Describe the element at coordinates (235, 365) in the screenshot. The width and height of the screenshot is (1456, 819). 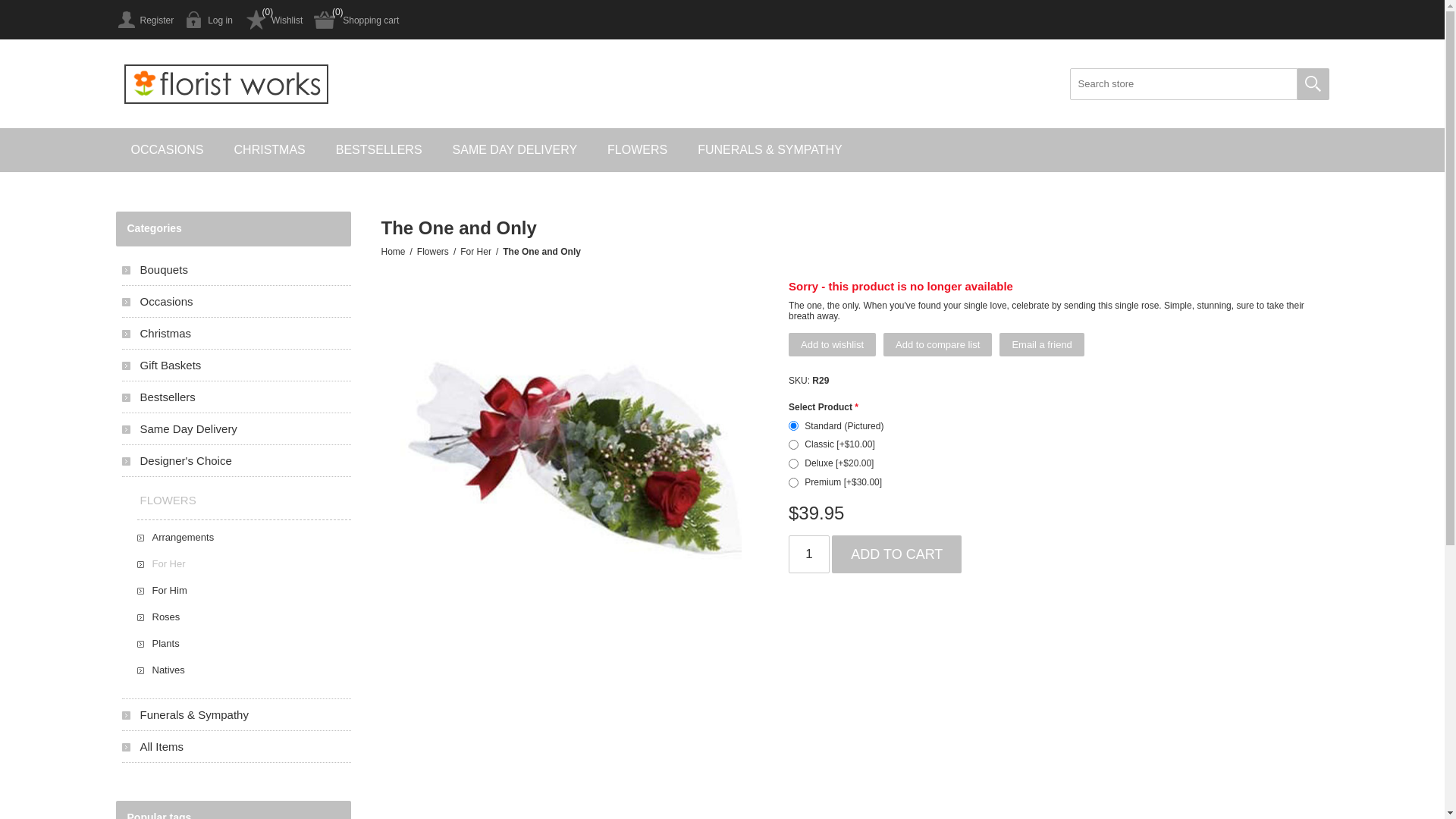
I see `'Gift Baskets'` at that location.